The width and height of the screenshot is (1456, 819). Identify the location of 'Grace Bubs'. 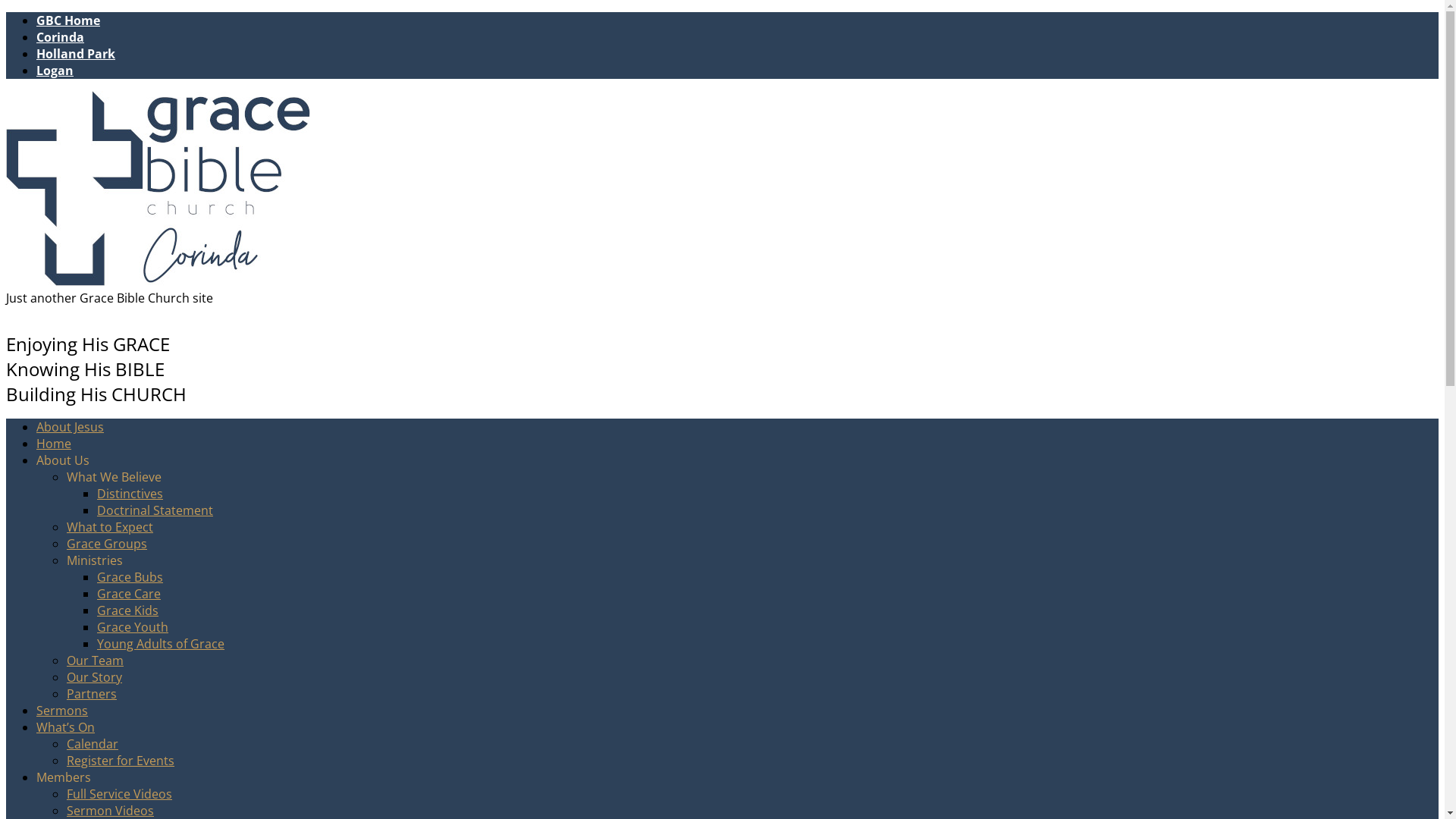
(130, 576).